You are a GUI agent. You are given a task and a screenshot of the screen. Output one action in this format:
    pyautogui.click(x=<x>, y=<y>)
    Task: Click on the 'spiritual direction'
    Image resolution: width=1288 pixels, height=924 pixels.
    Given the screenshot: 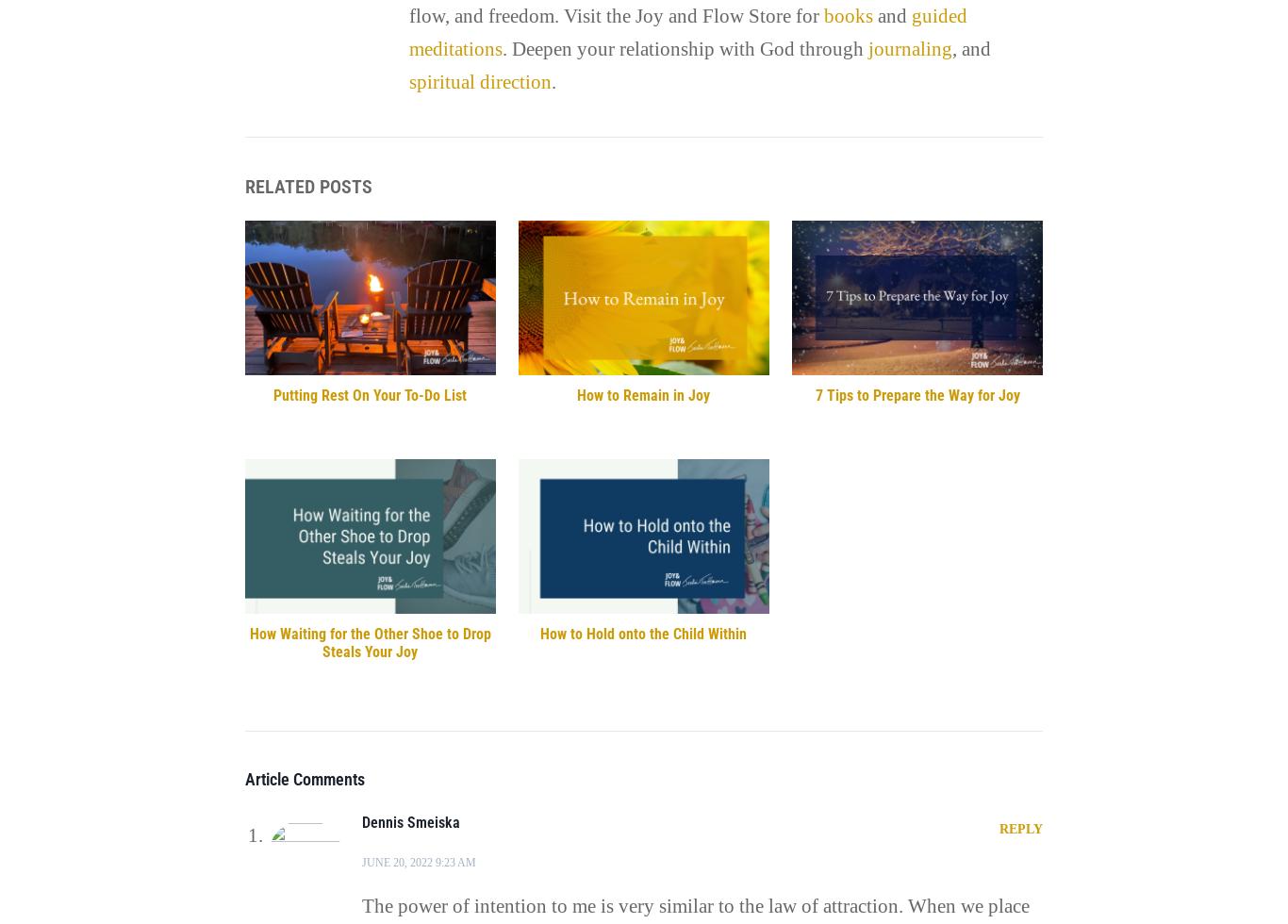 What is the action you would take?
    pyautogui.click(x=479, y=81)
    